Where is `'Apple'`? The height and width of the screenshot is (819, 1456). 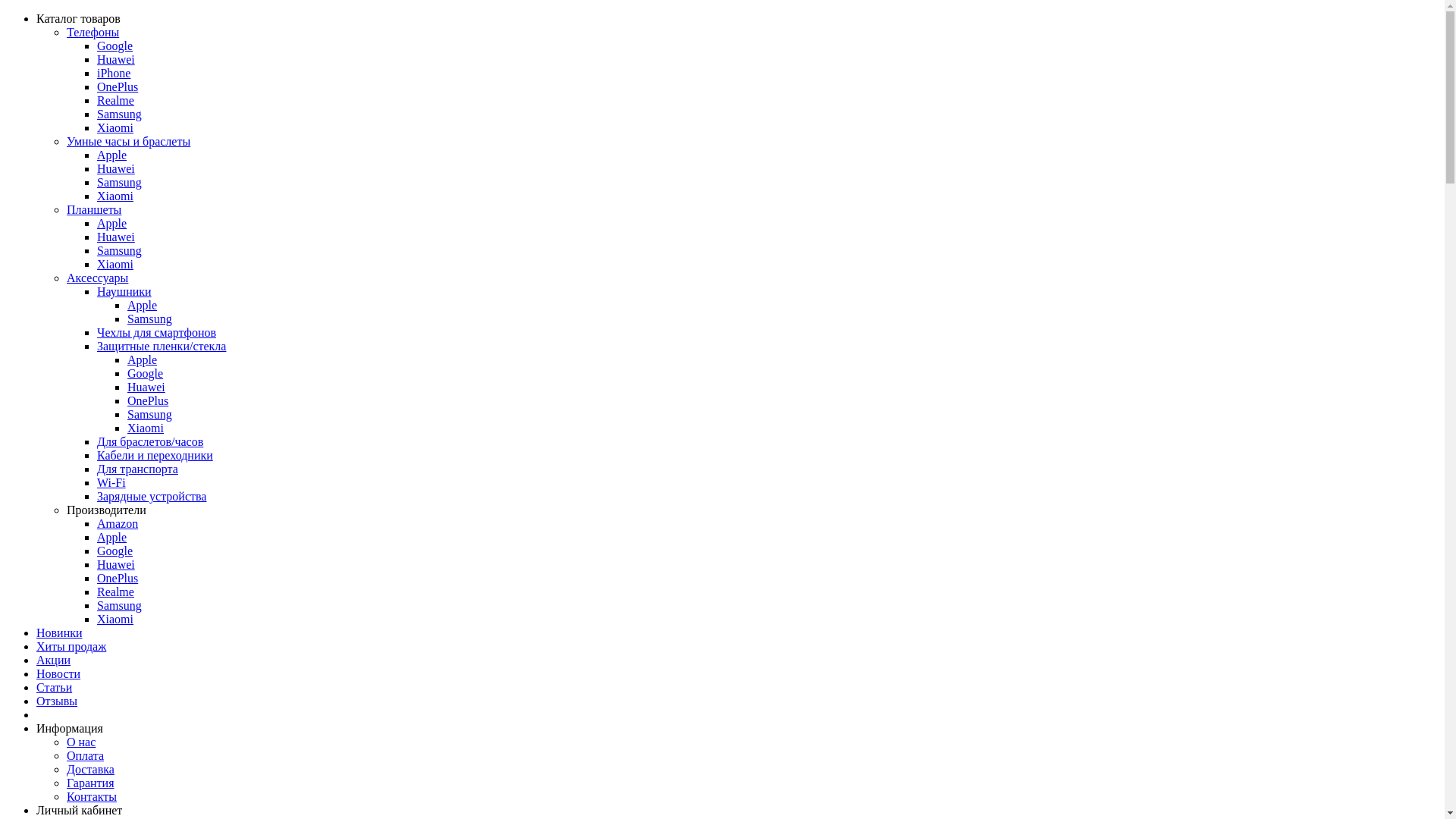 'Apple' is located at coordinates (111, 155).